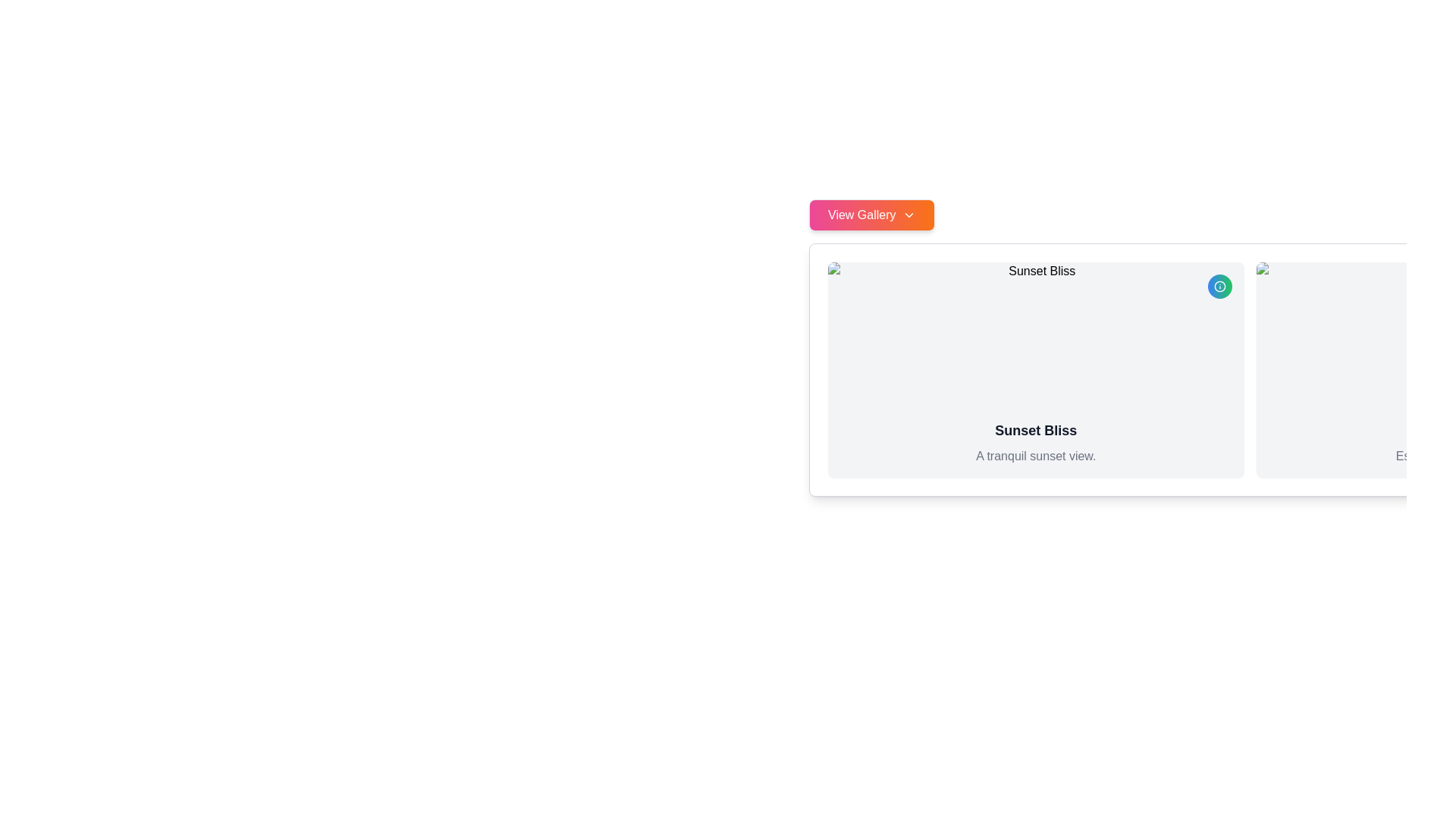 The width and height of the screenshot is (1456, 819). What do you see at coordinates (1219, 287) in the screenshot?
I see `the graphical element within the SVG icon that conveys information, positioned at the center of the icon` at bounding box center [1219, 287].